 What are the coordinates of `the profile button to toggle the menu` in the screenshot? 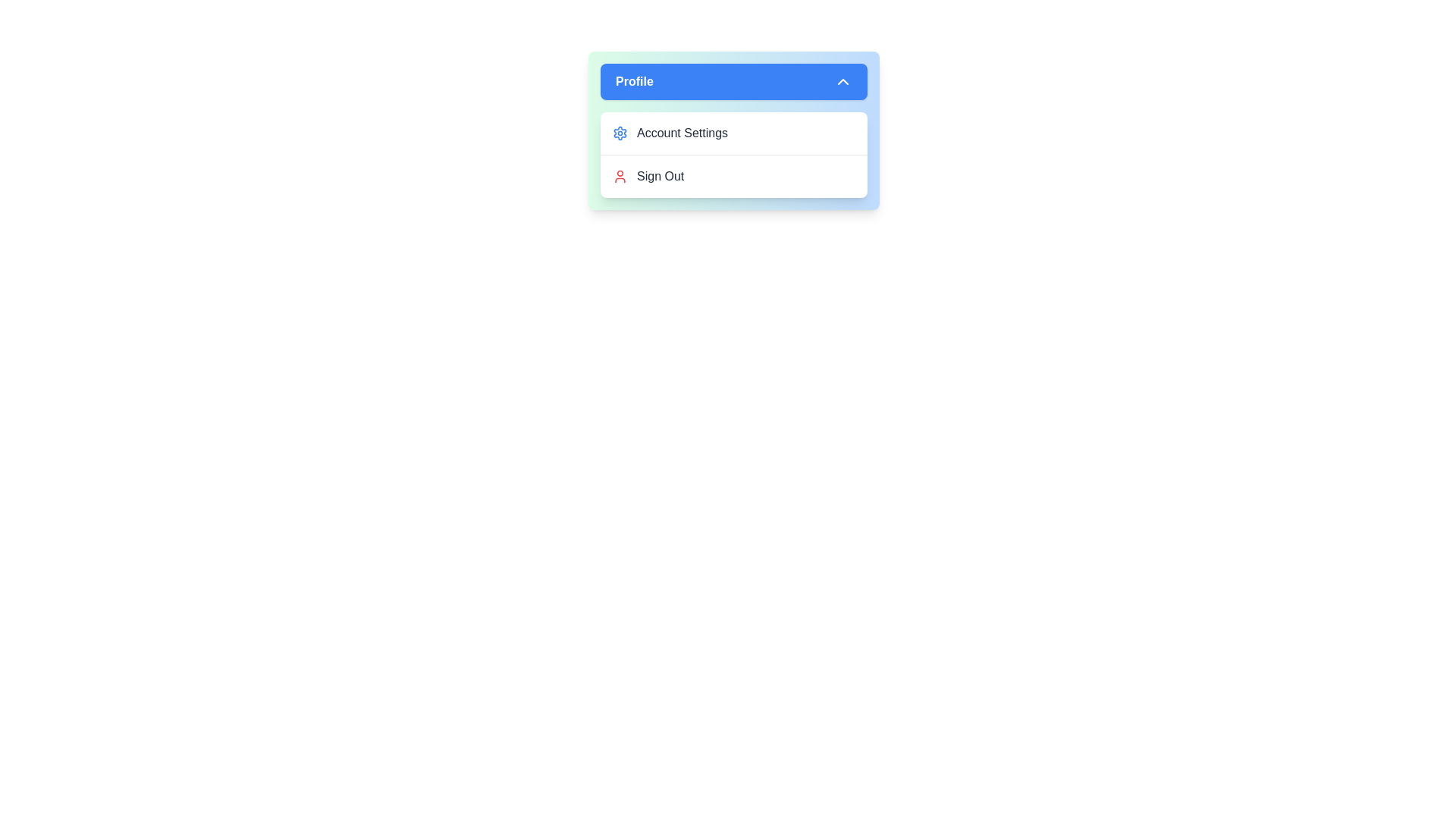 It's located at (734, 82).